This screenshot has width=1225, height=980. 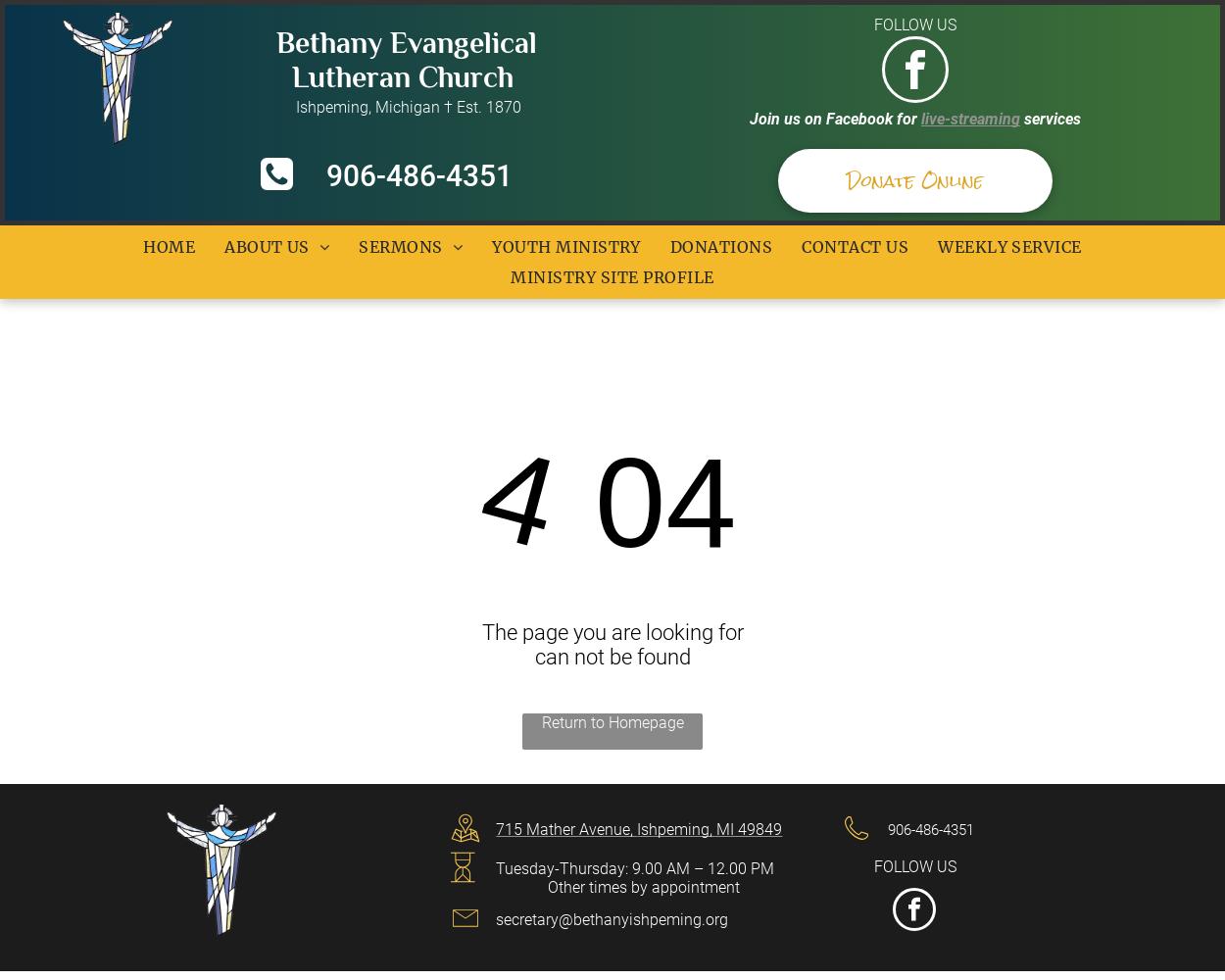 What do you see at coordinates (519, 497) in the screenshot?
I see `'4'` at bounding box center [519, 497].